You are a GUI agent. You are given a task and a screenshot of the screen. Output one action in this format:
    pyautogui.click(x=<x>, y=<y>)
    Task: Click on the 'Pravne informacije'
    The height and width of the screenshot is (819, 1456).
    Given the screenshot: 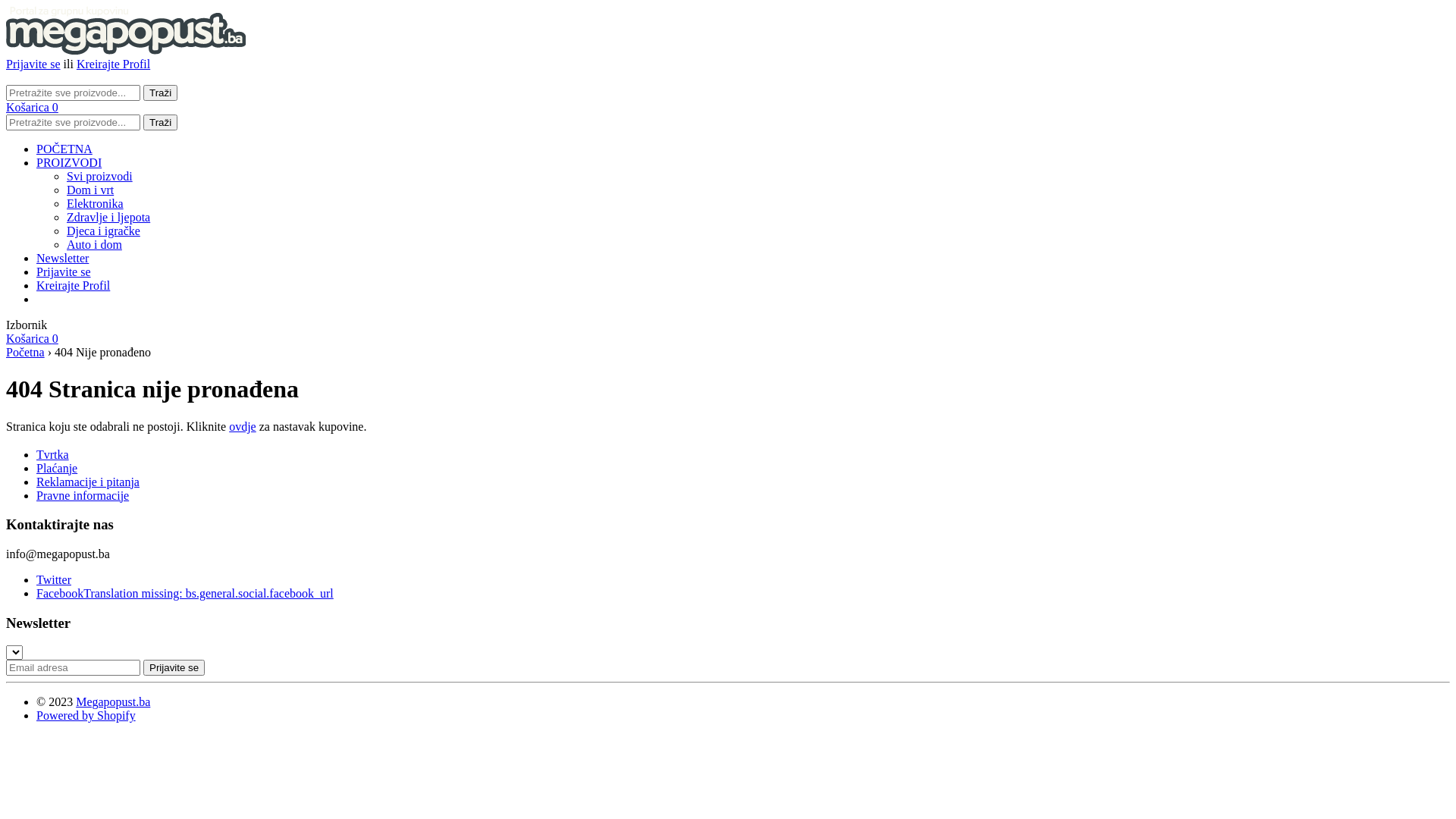 What is the action you would take?
    pyautogui.click(x=82, y=495)
    